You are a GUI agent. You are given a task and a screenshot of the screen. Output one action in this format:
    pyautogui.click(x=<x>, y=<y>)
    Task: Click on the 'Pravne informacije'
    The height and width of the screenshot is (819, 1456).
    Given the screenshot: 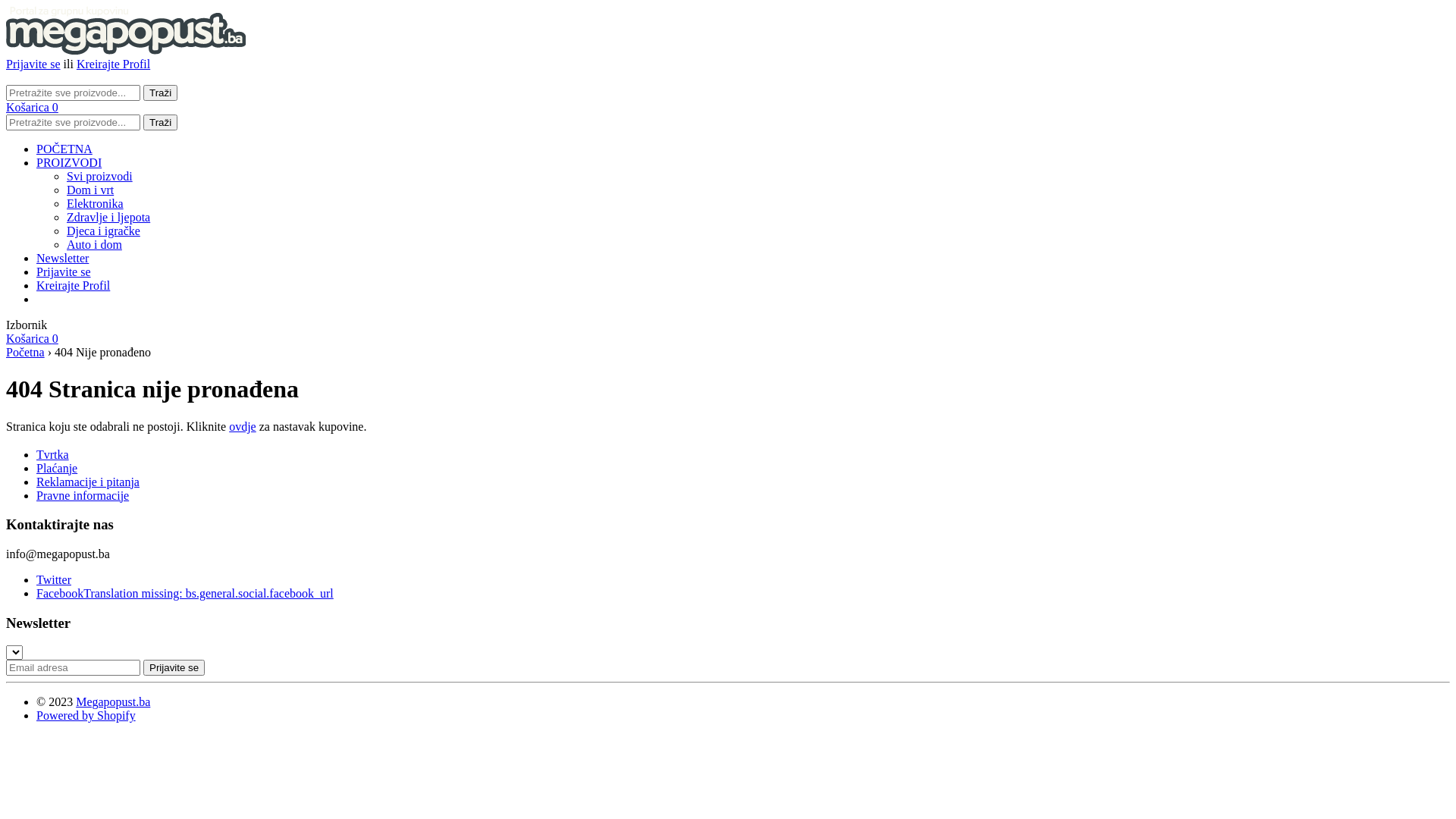 What is the action you would take?
    pyautogui.click(x=82, y=495)
    